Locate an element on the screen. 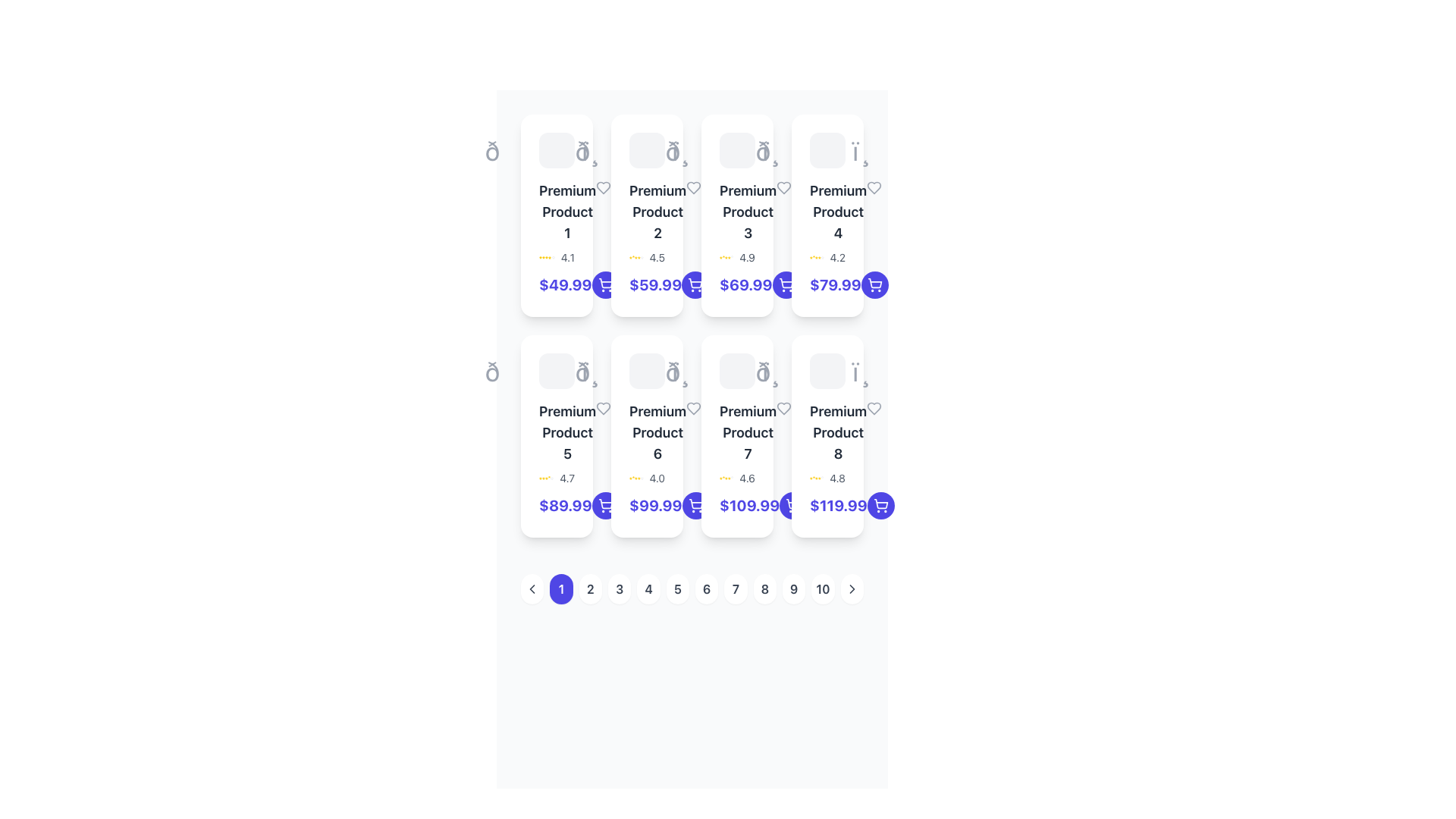  the first star rating icon indicating a rating value of '4.1' for 'Premium Product 1' is located at coordinates (541, 256).